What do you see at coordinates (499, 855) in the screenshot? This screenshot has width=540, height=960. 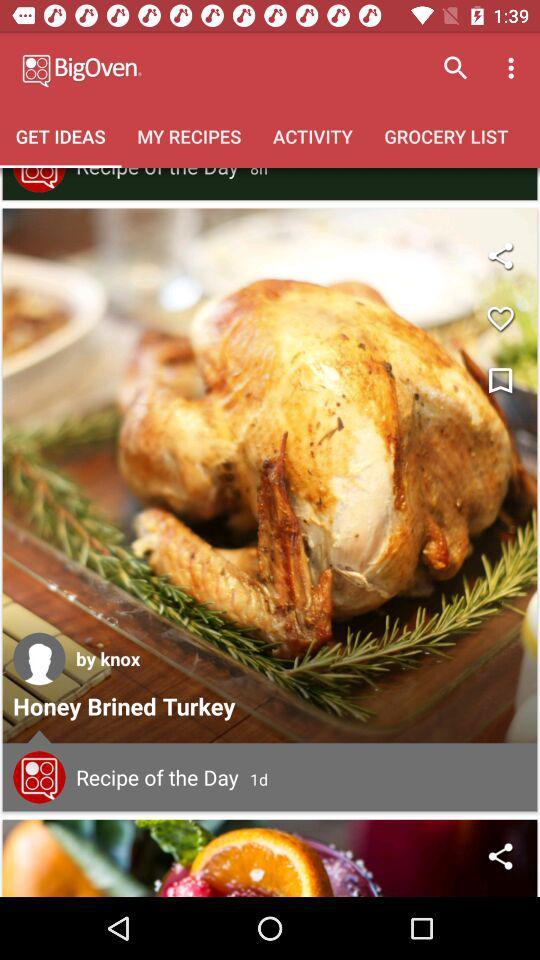 I see `share` at bounding box center [499, 855].